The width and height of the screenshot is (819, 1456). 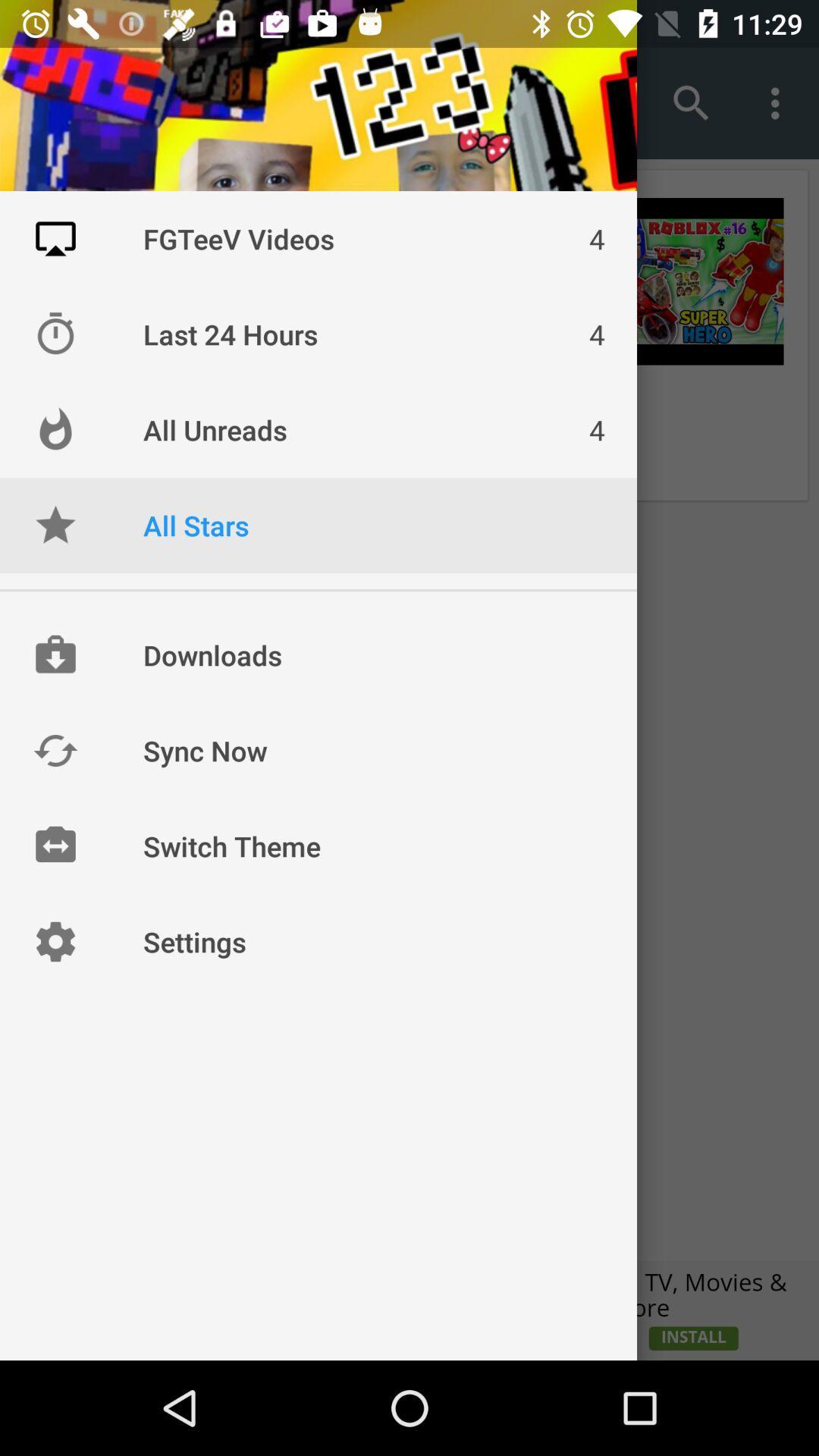 I want to click on the 1st icon present above the timer icon, so click(x=55, y=238).